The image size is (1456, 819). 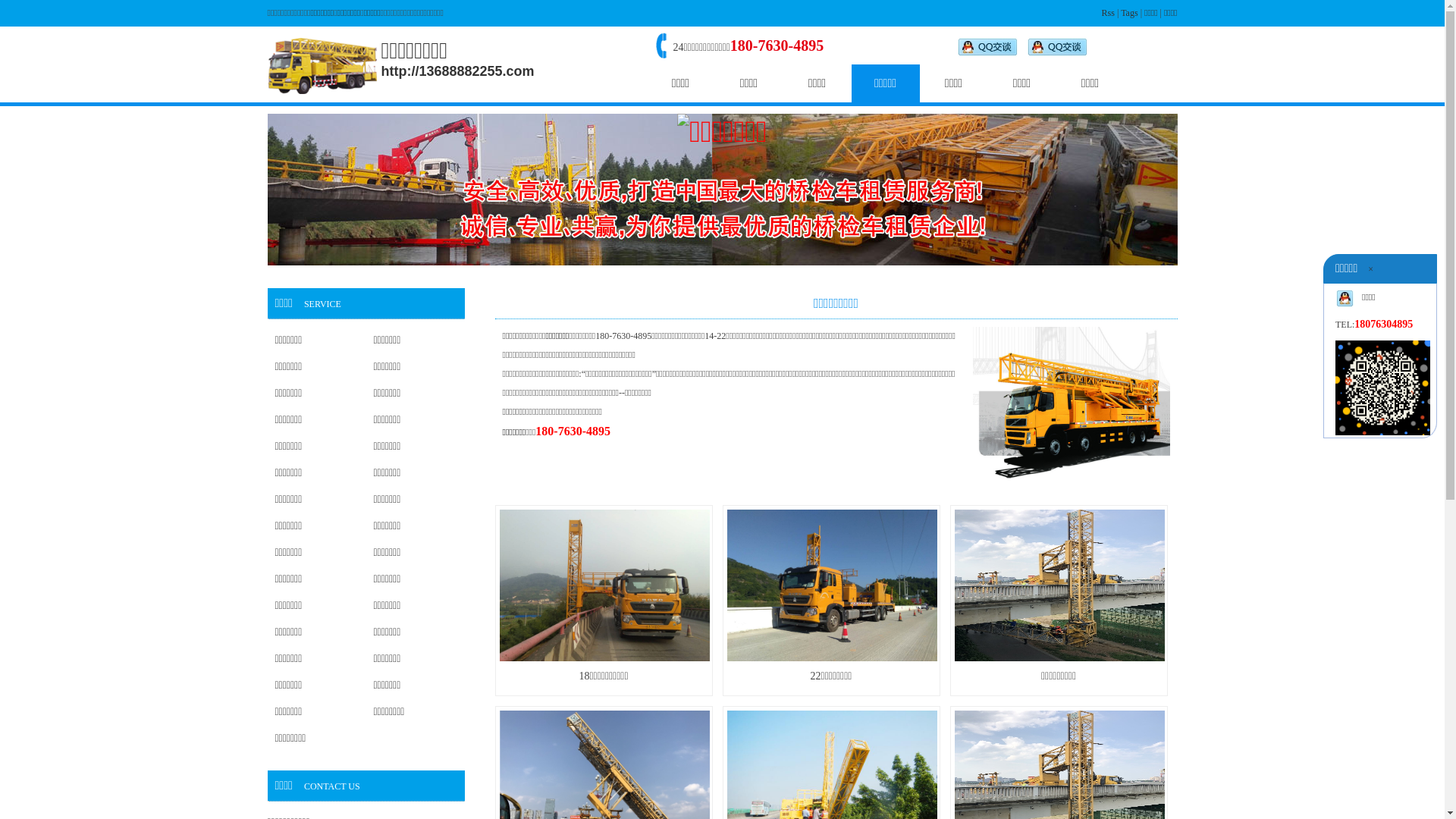 What do you see at coordinates (1108, 12) in the screenshot?
I see `'Rss'` at bounding box center [1108, 12].